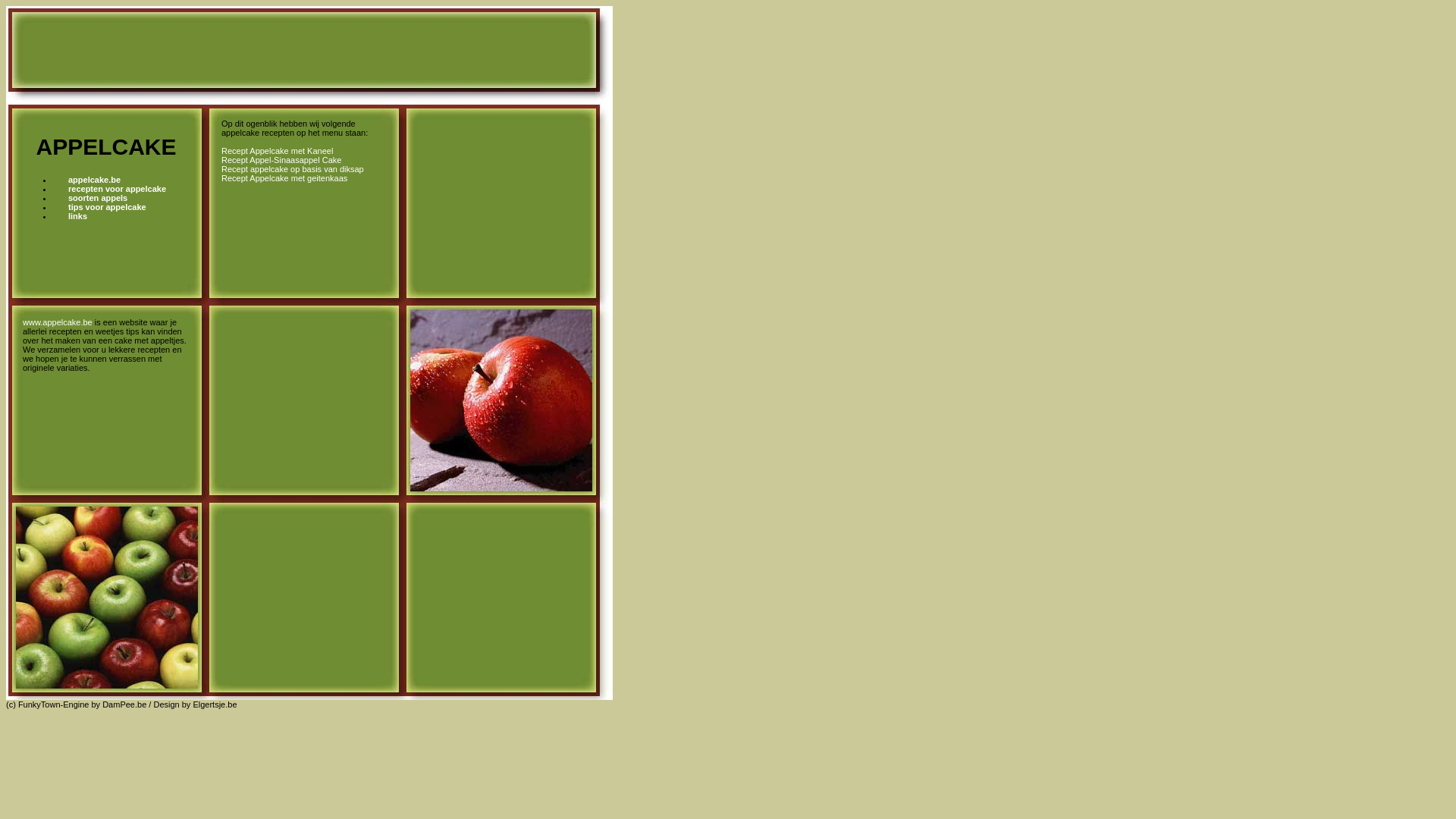  What do you see at coordinates (221, 177) in the screenshot?
I see `'Recept Appelcake met geitenkaas'` at bounding box center [221, 177].